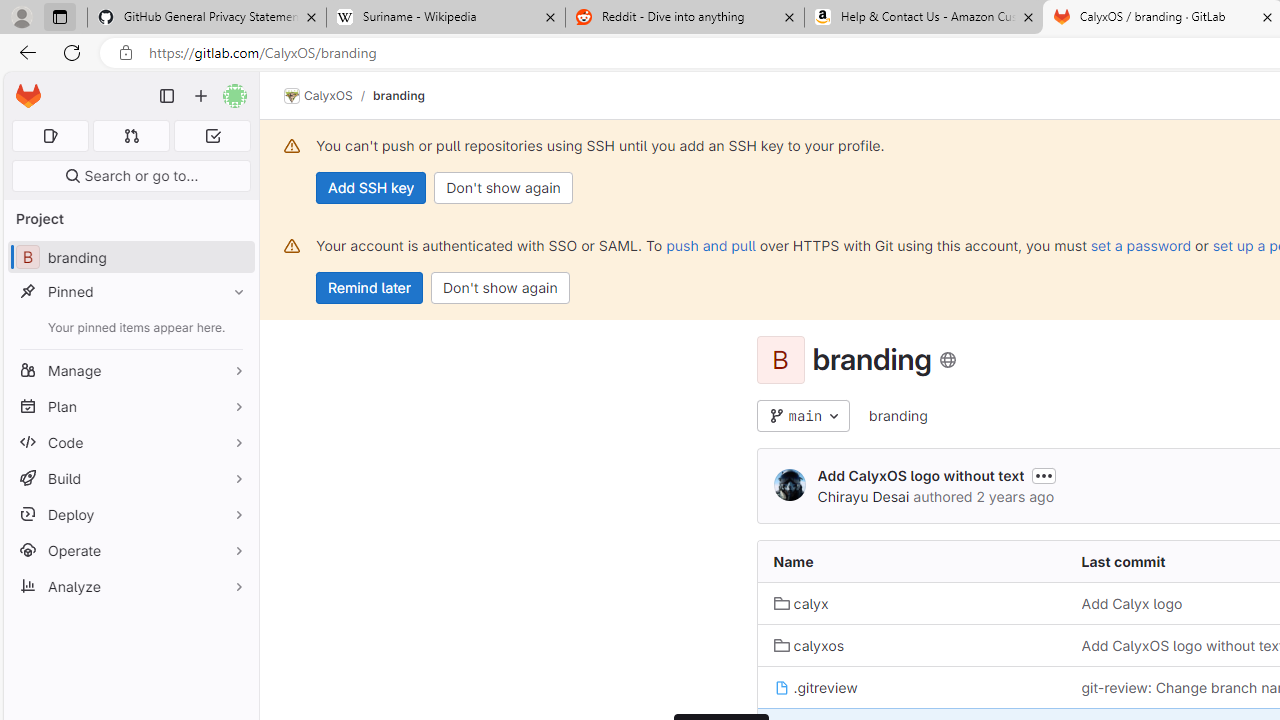 This screenshot has height=720, width=1280. Describe the element at coordinates (201, 96) in the screenshot. I see `'Create new...'` at that location.